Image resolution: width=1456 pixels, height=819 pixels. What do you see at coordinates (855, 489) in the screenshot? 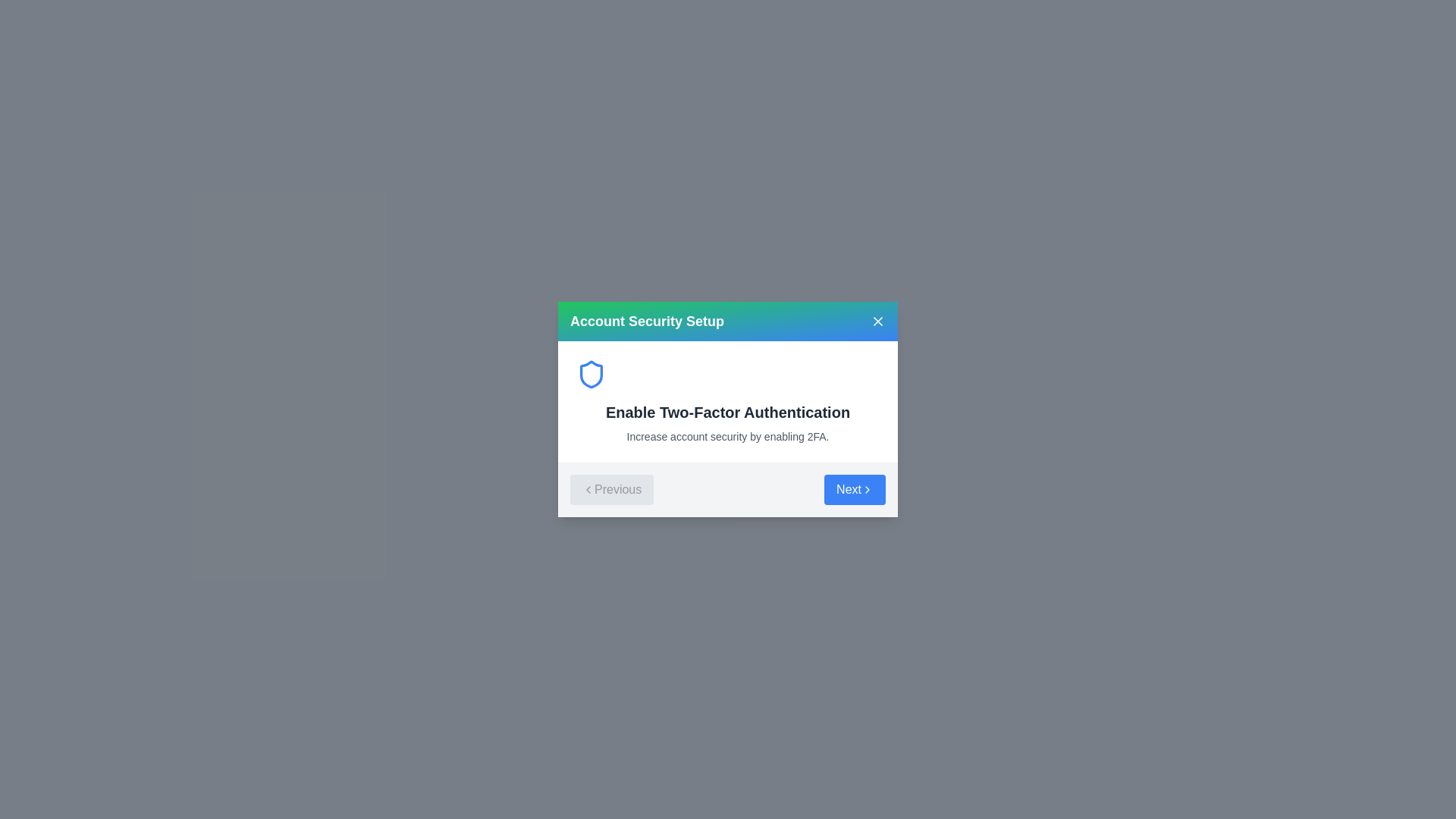
I see `the blue 'Next' button with rounded corners, which displays a right arrow icon` at bounding box center [855, 489].